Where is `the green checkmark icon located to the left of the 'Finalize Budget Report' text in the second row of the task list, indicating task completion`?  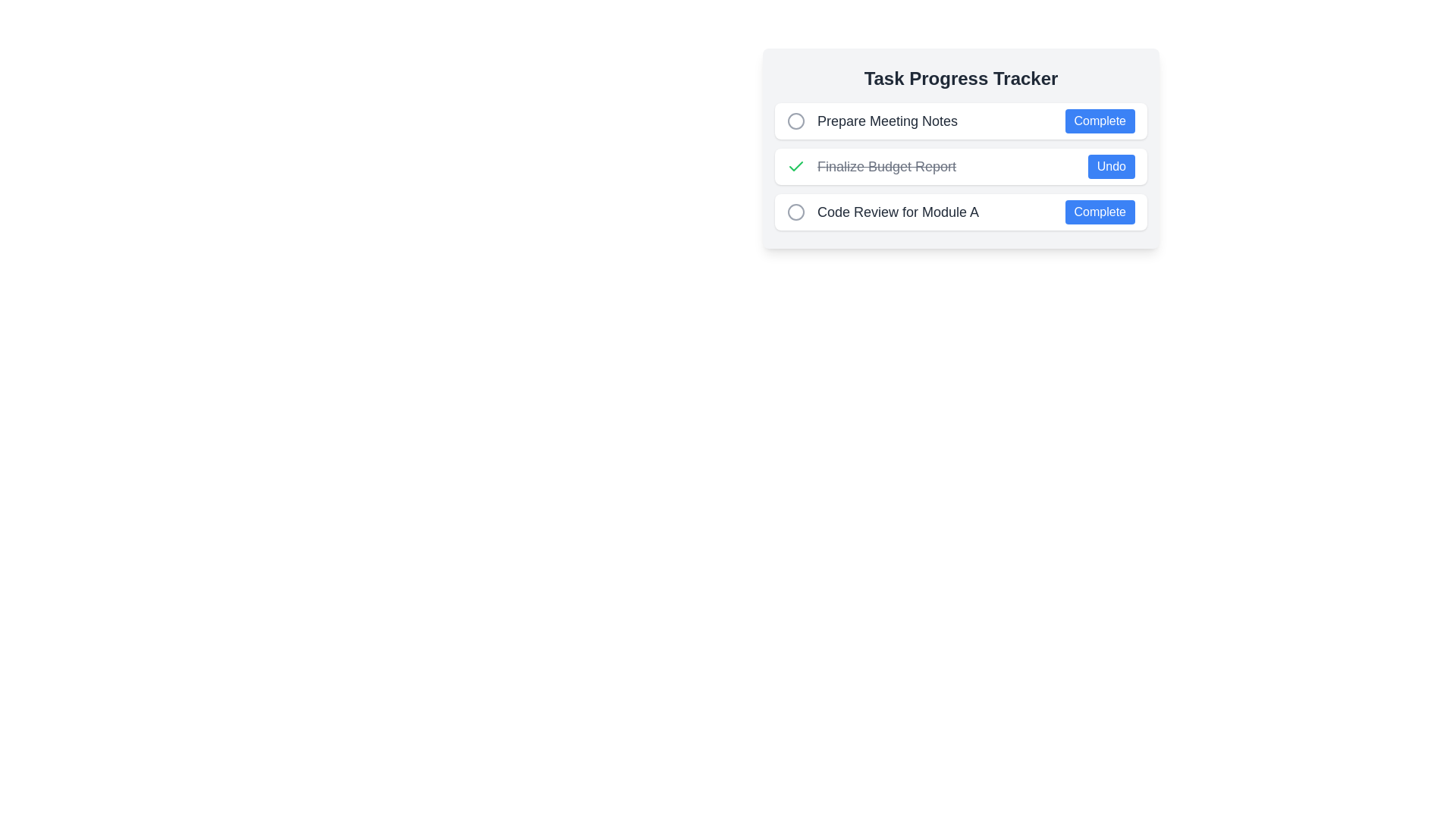
the green checkmark icon located to the left of the 'Finalize Budget Report' text in the second row of the task list, indicating task completion is located at coordinates (795, 166).